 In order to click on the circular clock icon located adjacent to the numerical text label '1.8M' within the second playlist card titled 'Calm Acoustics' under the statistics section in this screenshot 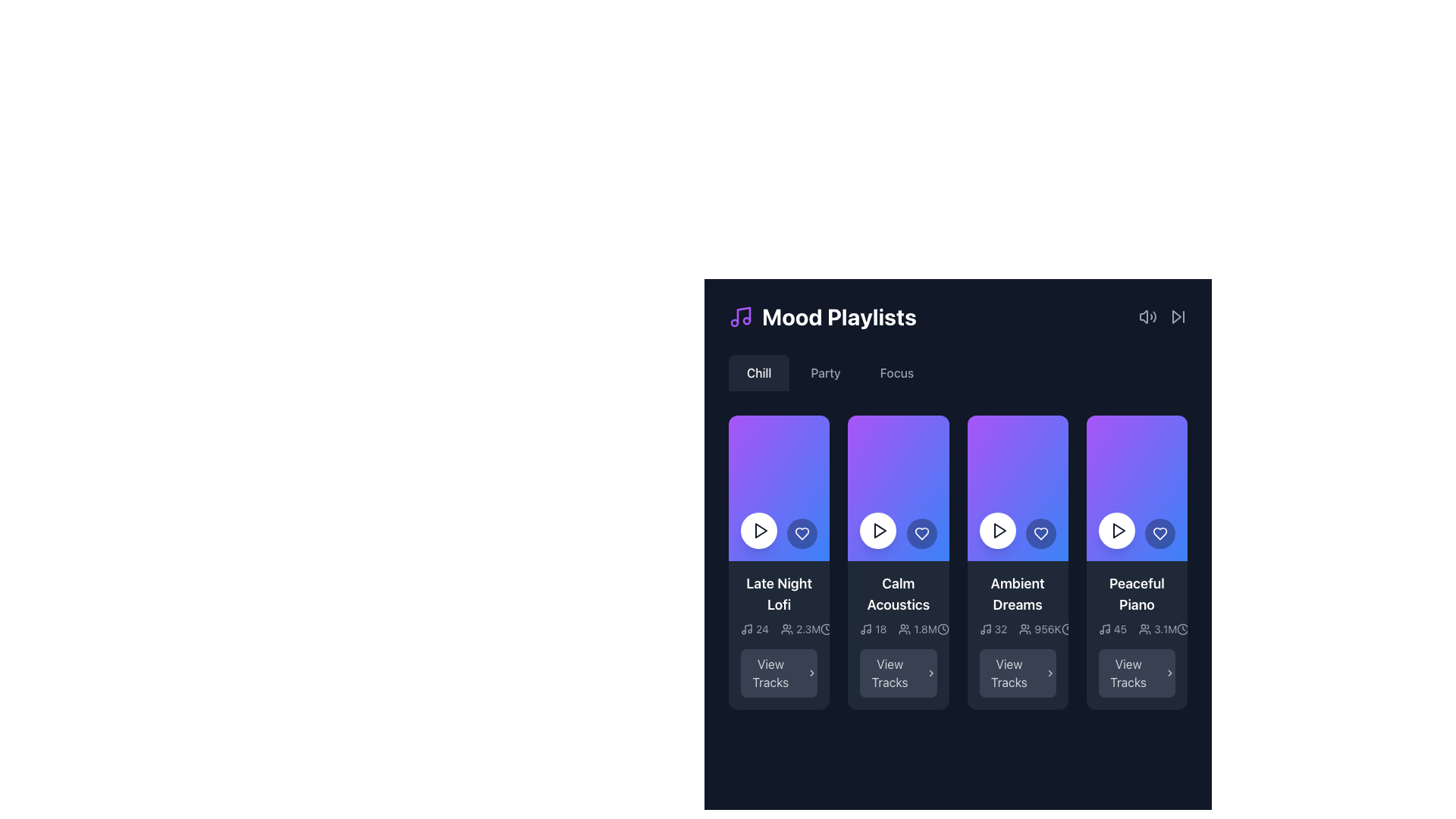, I will do `click(942, 629)`.